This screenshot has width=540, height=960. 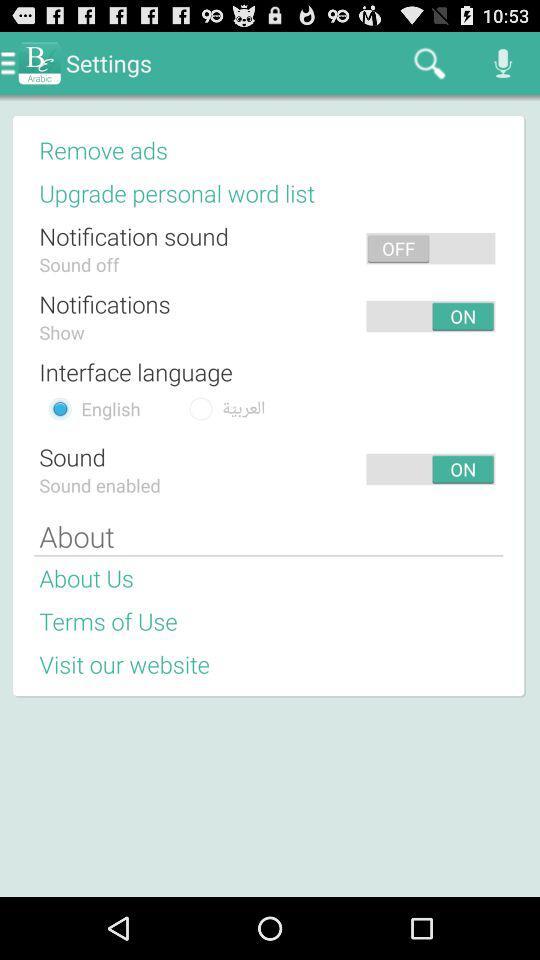 I want to click on the item above visit our website item, so click(x=108, y=620).